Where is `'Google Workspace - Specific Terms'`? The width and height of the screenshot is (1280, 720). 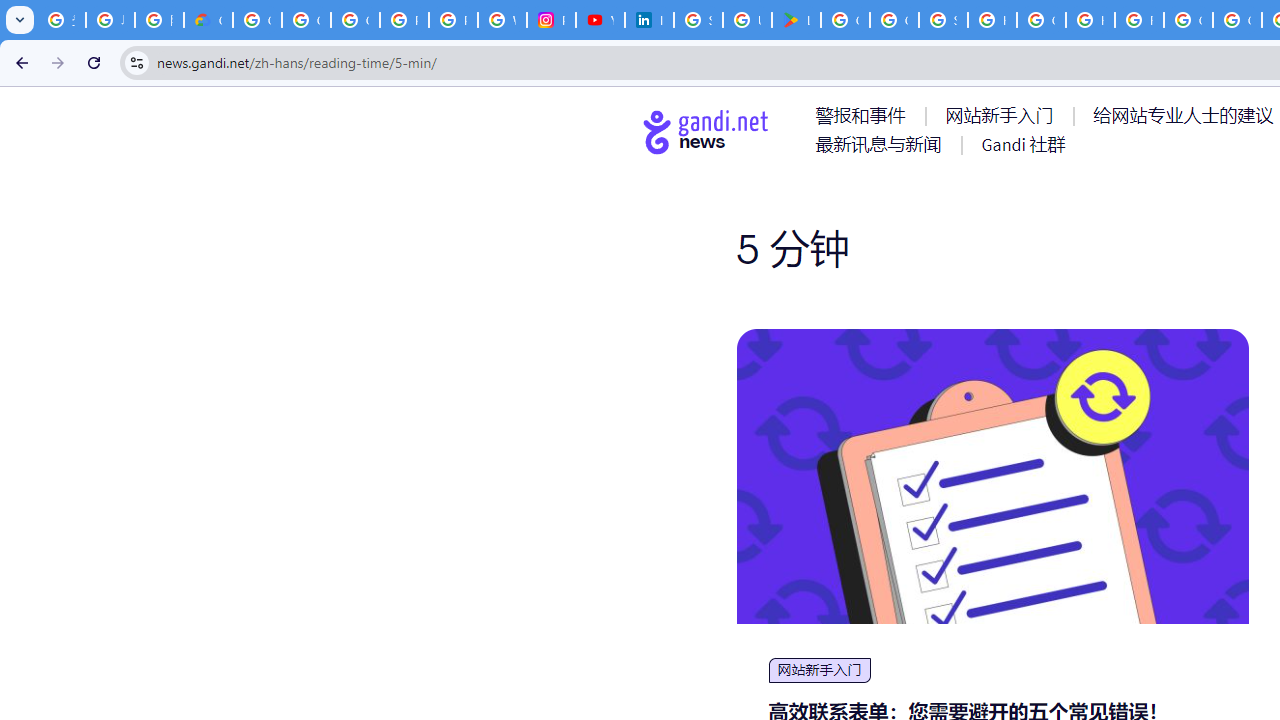 'Google Workspace - Specific Terms' is located at coordinates (893, 20).